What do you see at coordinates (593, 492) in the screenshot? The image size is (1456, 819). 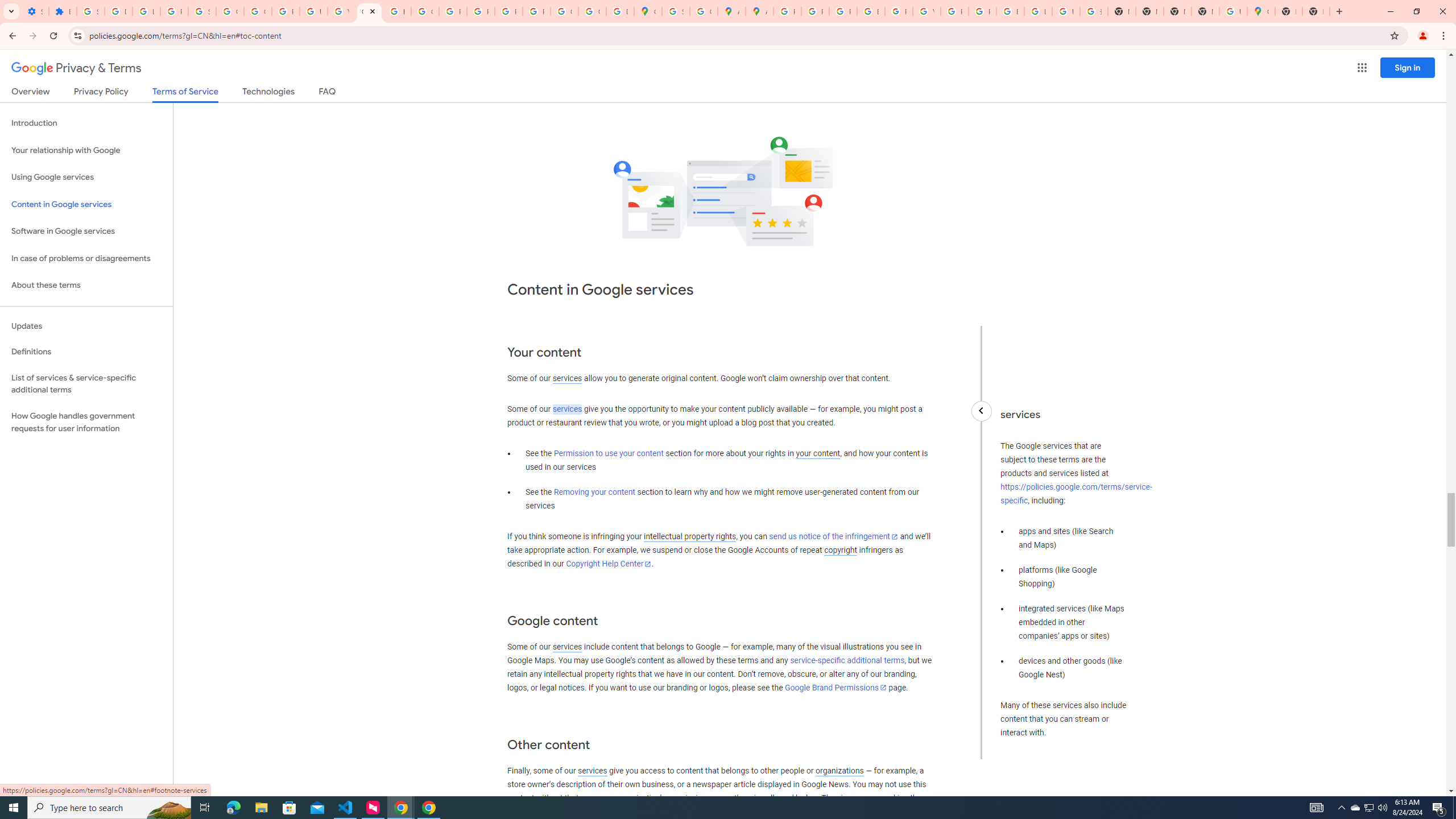 I see `'Removing your content'` at bounding box center [593, 492].